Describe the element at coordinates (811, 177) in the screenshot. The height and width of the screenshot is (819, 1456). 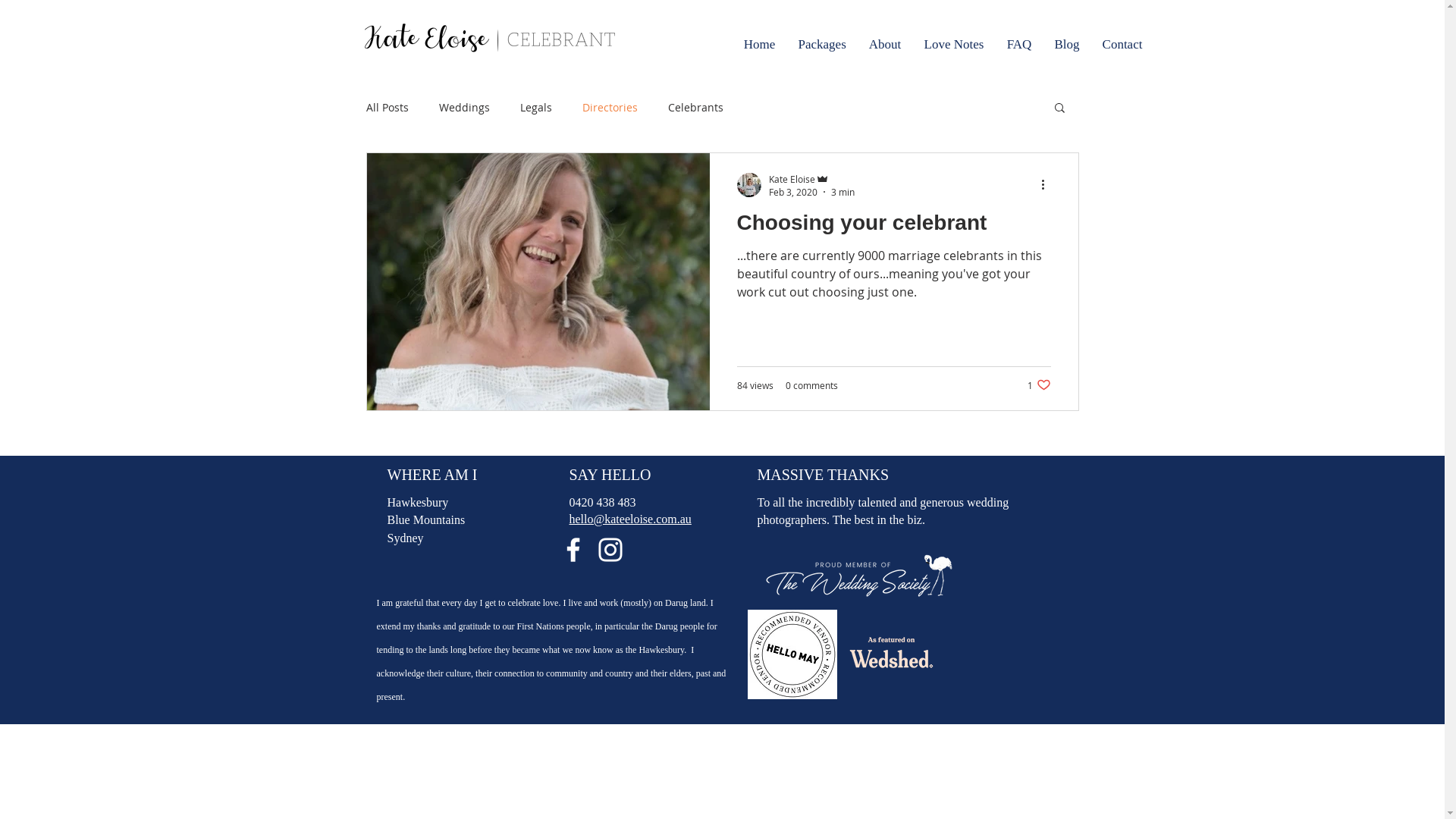
I see `'Kate Eloise'` at that location.